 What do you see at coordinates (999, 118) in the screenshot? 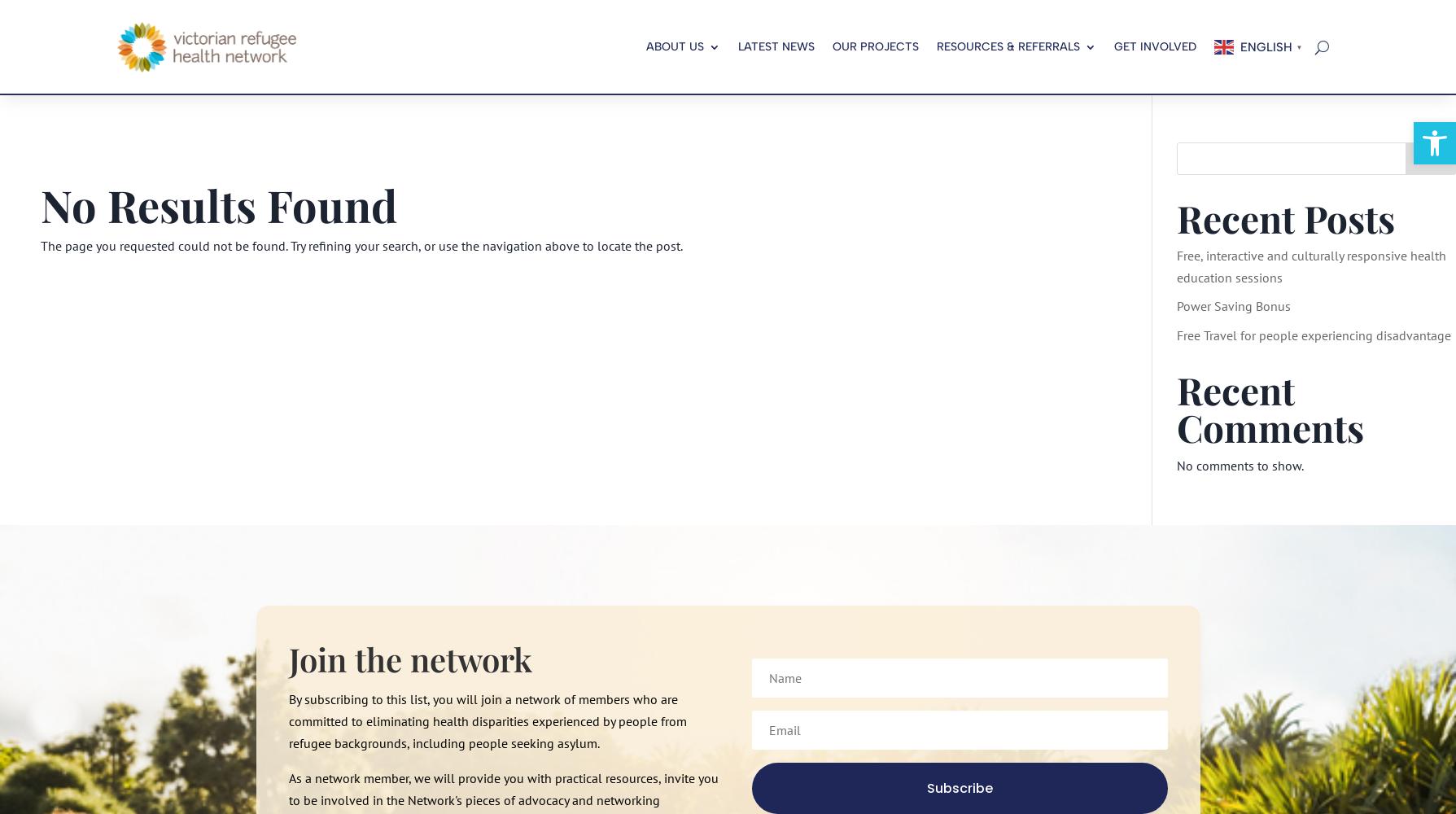
I see `'Tools for Health Professionals'` at bounding box center [999, 118].